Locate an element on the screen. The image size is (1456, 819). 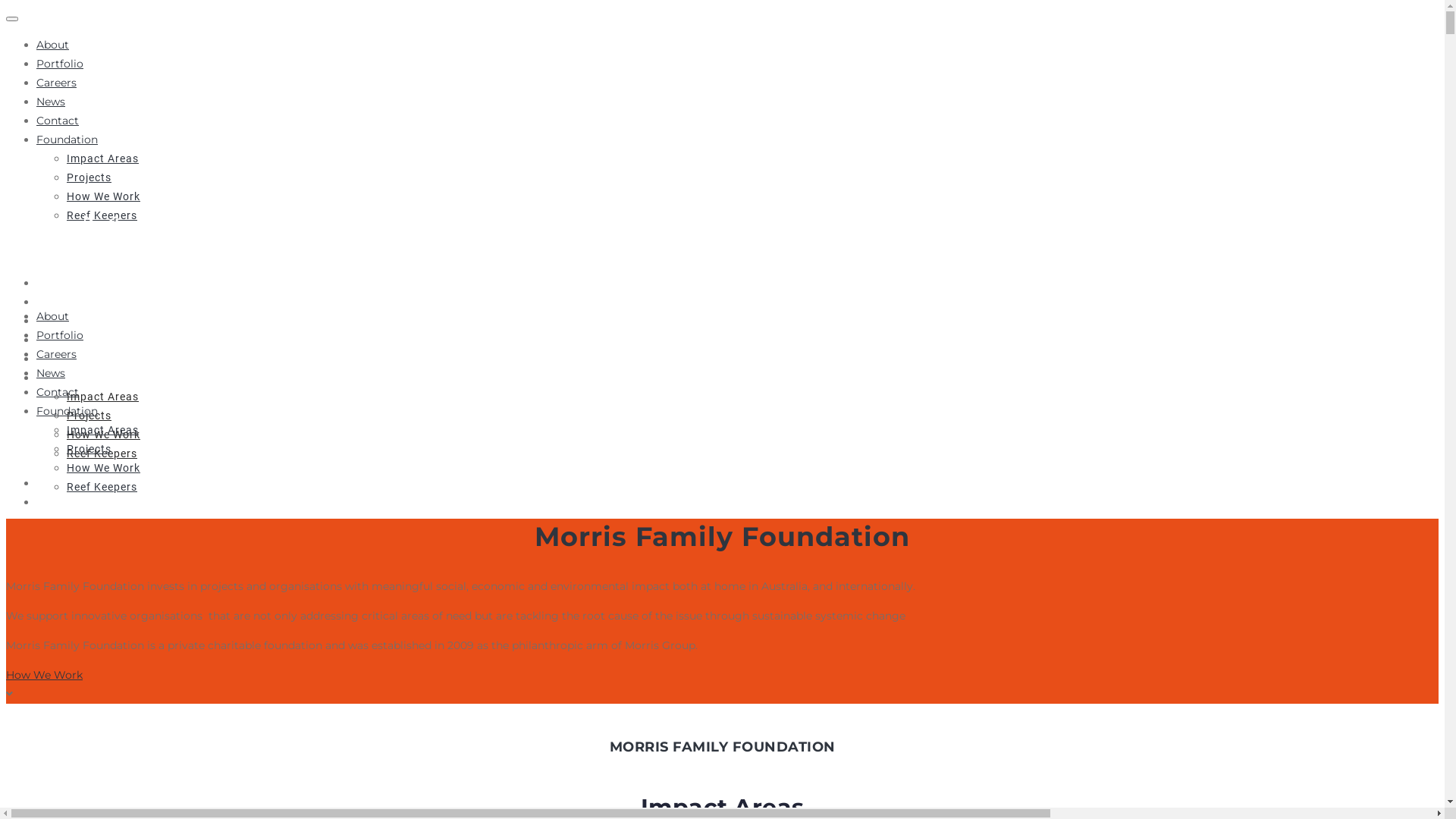
'Impact Areas' is located at coordinates (102, 158).